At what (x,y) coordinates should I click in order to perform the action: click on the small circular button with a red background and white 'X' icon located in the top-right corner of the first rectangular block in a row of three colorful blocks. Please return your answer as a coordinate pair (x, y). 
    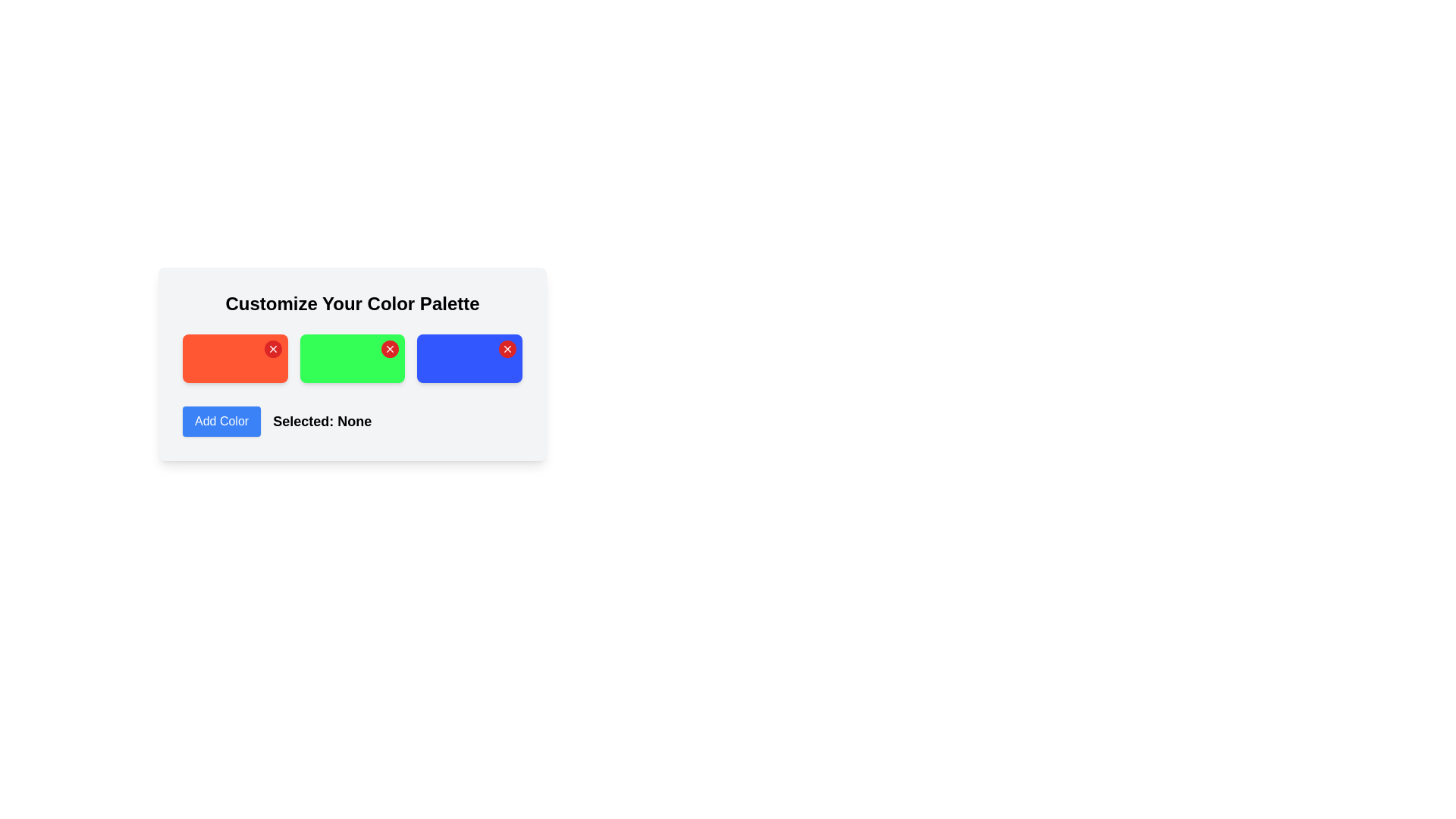
    Looking at the image, I should click on (273, 349).